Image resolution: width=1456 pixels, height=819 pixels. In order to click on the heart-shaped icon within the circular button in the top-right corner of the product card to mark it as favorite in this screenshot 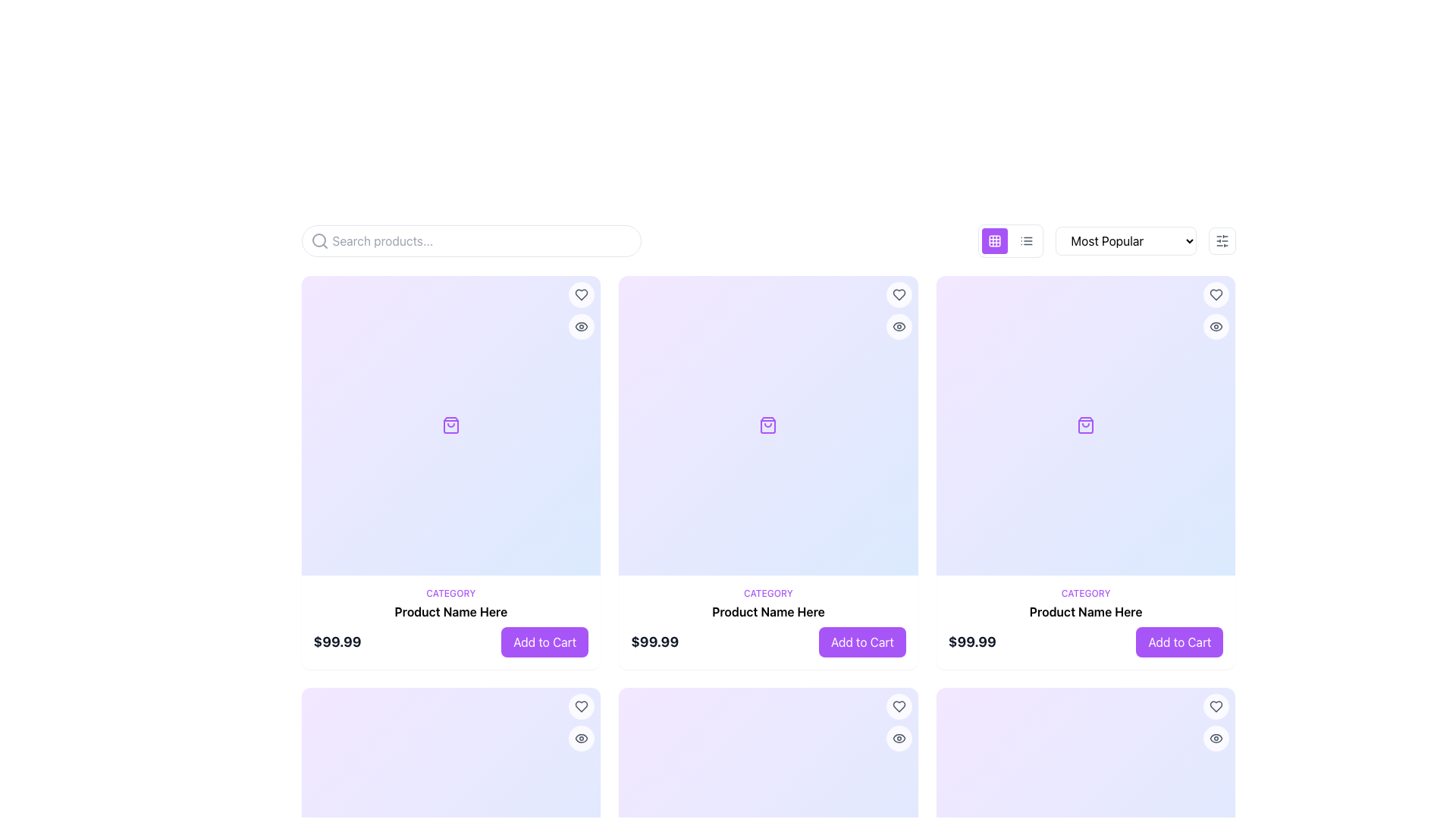, I will do `click(581, 706)`.